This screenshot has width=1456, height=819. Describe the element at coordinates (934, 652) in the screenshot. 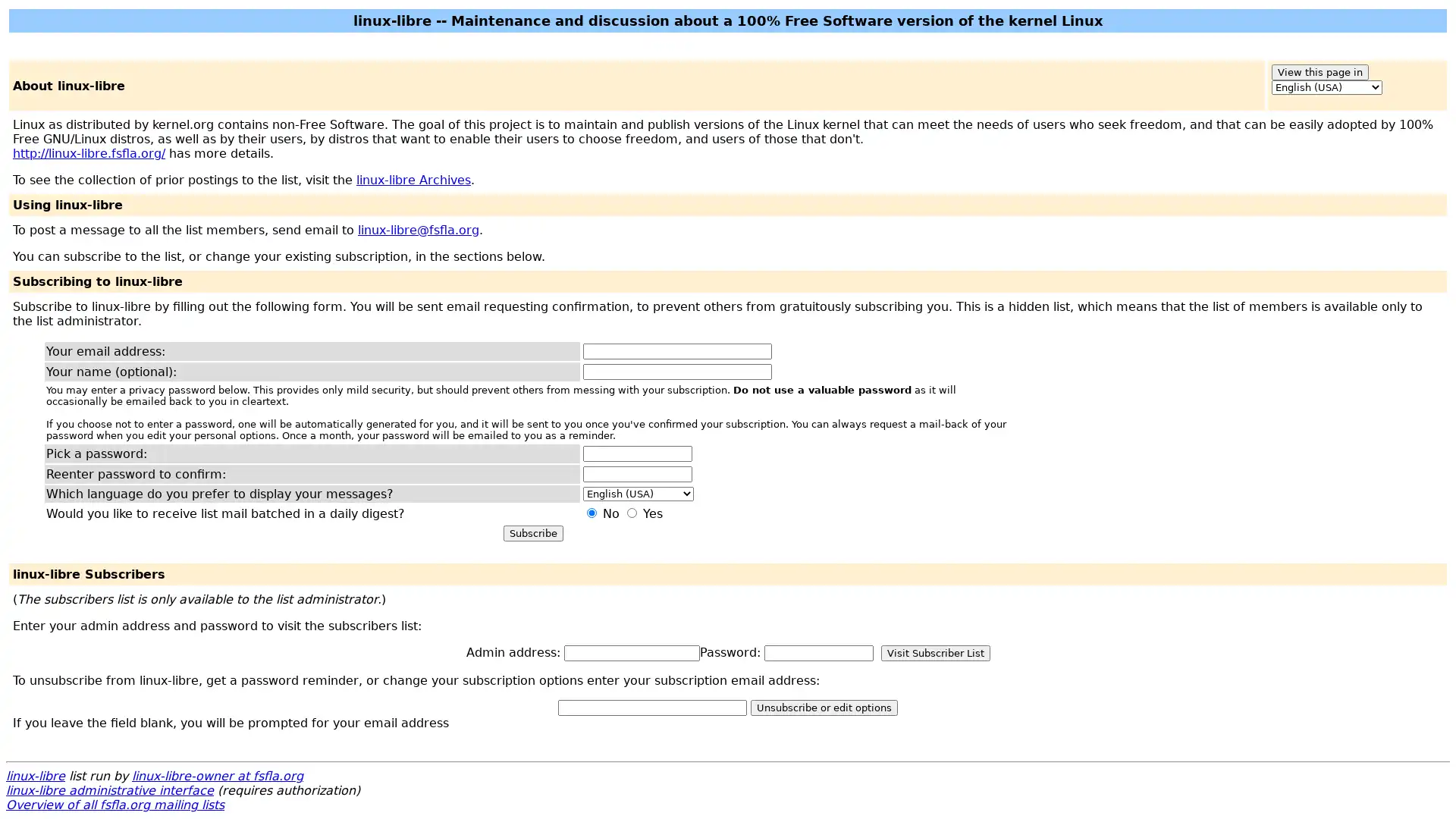

I see `Visit Subscriber List` at that location.